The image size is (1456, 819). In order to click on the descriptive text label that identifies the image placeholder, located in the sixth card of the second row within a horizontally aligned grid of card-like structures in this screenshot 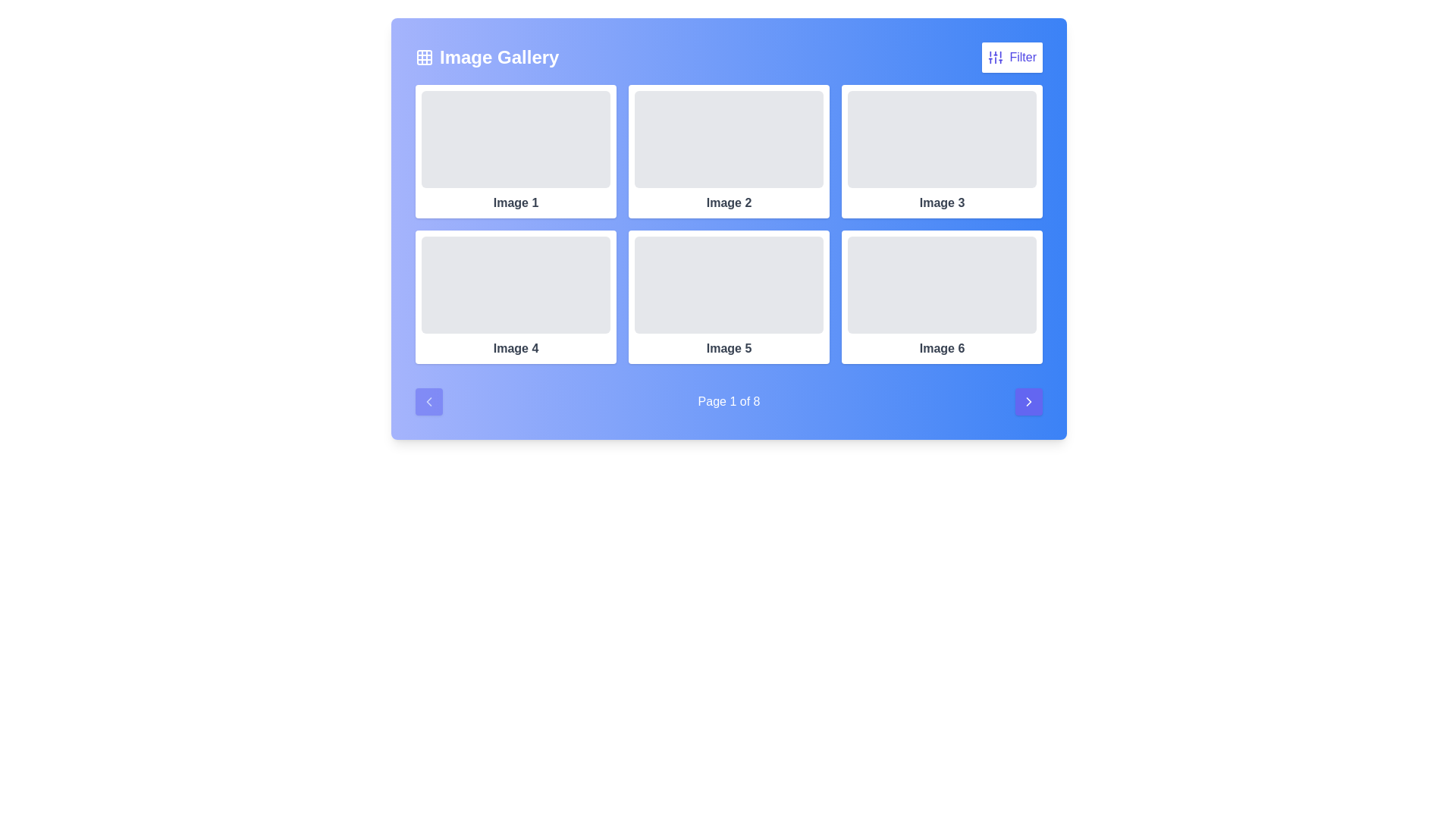, I will do `click(941, 348)`.